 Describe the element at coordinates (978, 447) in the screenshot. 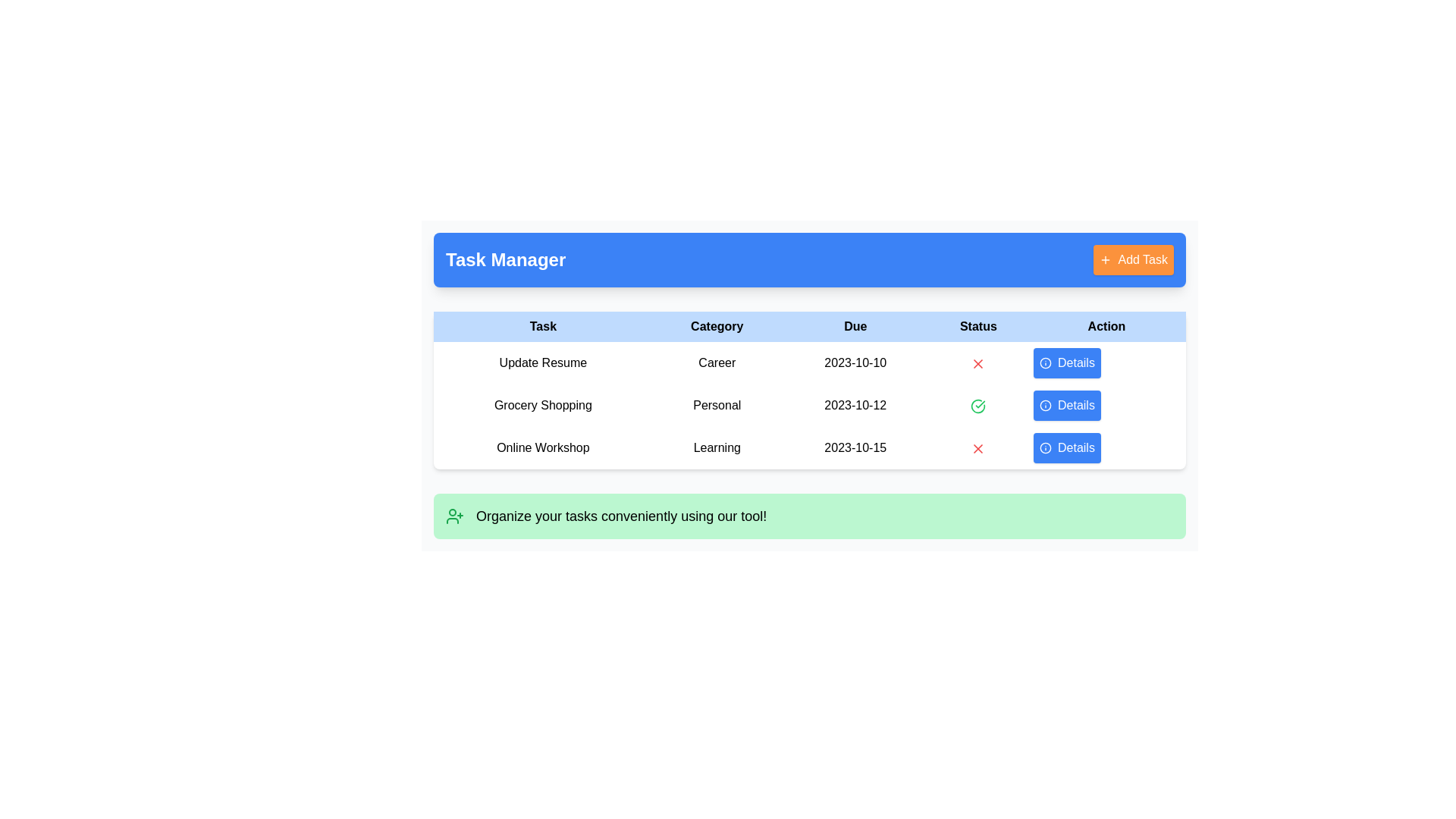

I see `the isolated red 'X' icon in the 'Status' column of the 'Online Workshop' row in the table` at that location.